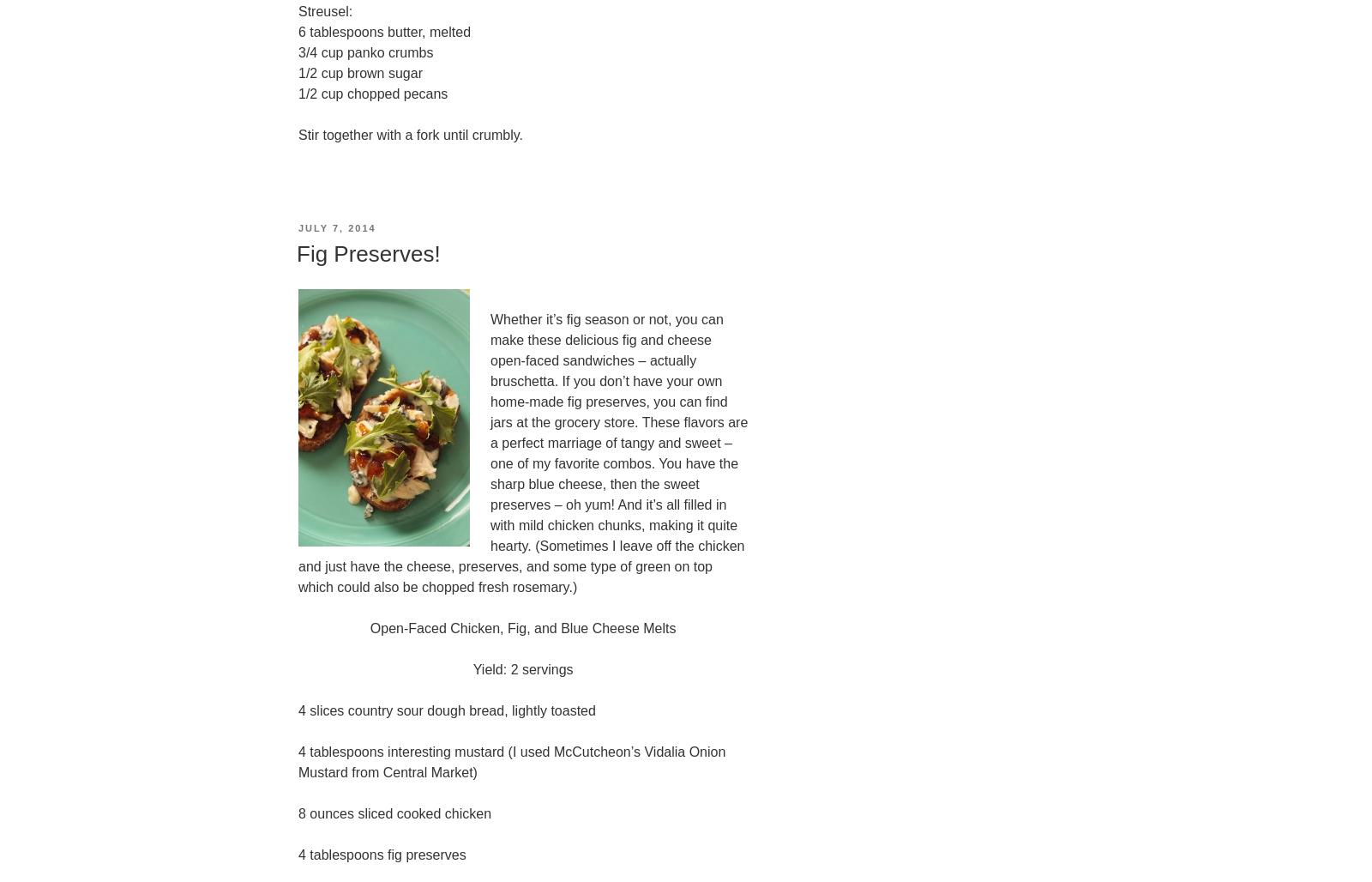 This screenshot has height=882, width=1372. I want to click on 'Open-Faced Chicken, Fig, and Blue Cheese Melts', so click(522, 626).